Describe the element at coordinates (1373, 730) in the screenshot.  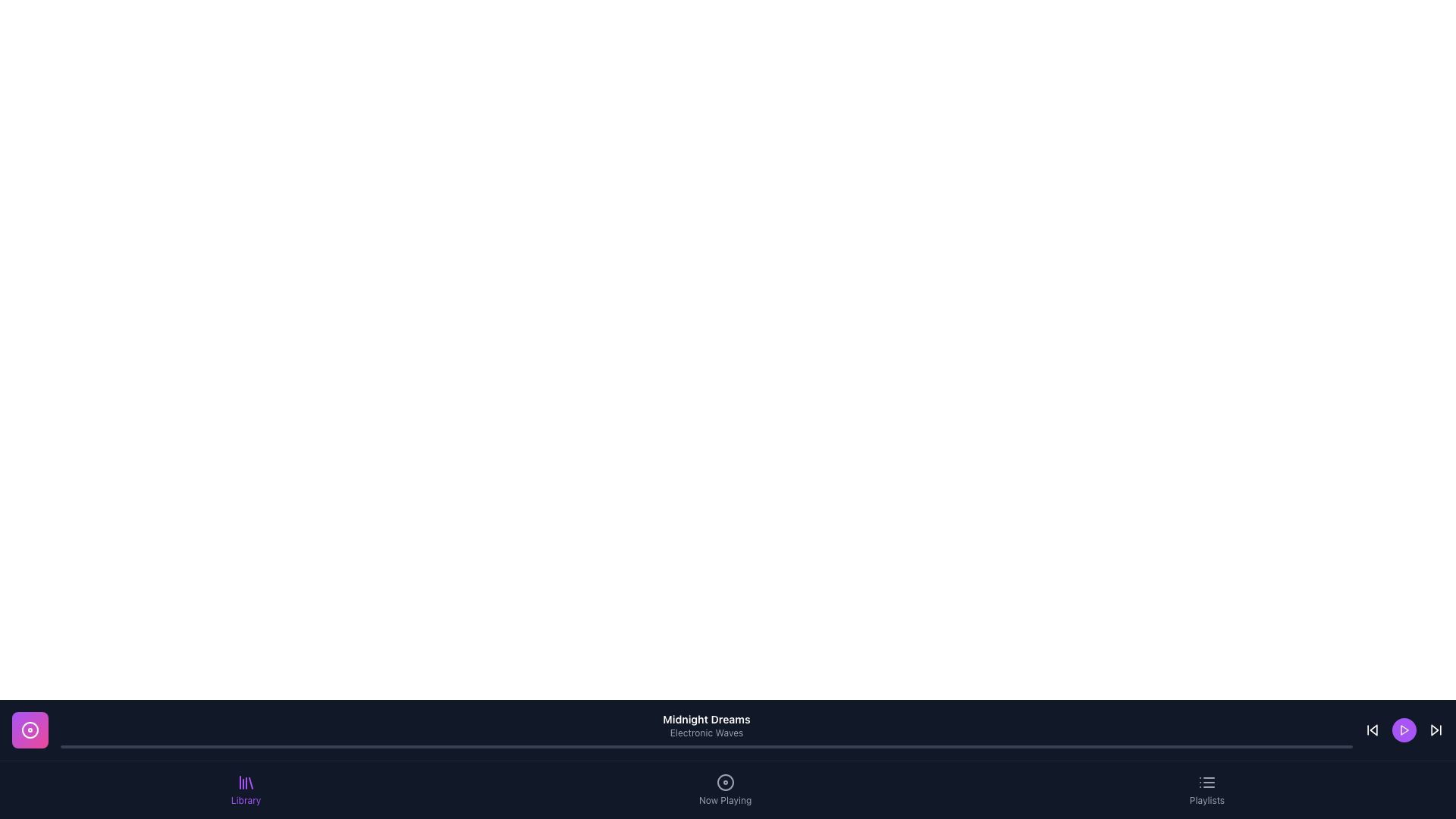
I see `the skip-back button icon located in the bottom-right section of the media playback controls` at that location.